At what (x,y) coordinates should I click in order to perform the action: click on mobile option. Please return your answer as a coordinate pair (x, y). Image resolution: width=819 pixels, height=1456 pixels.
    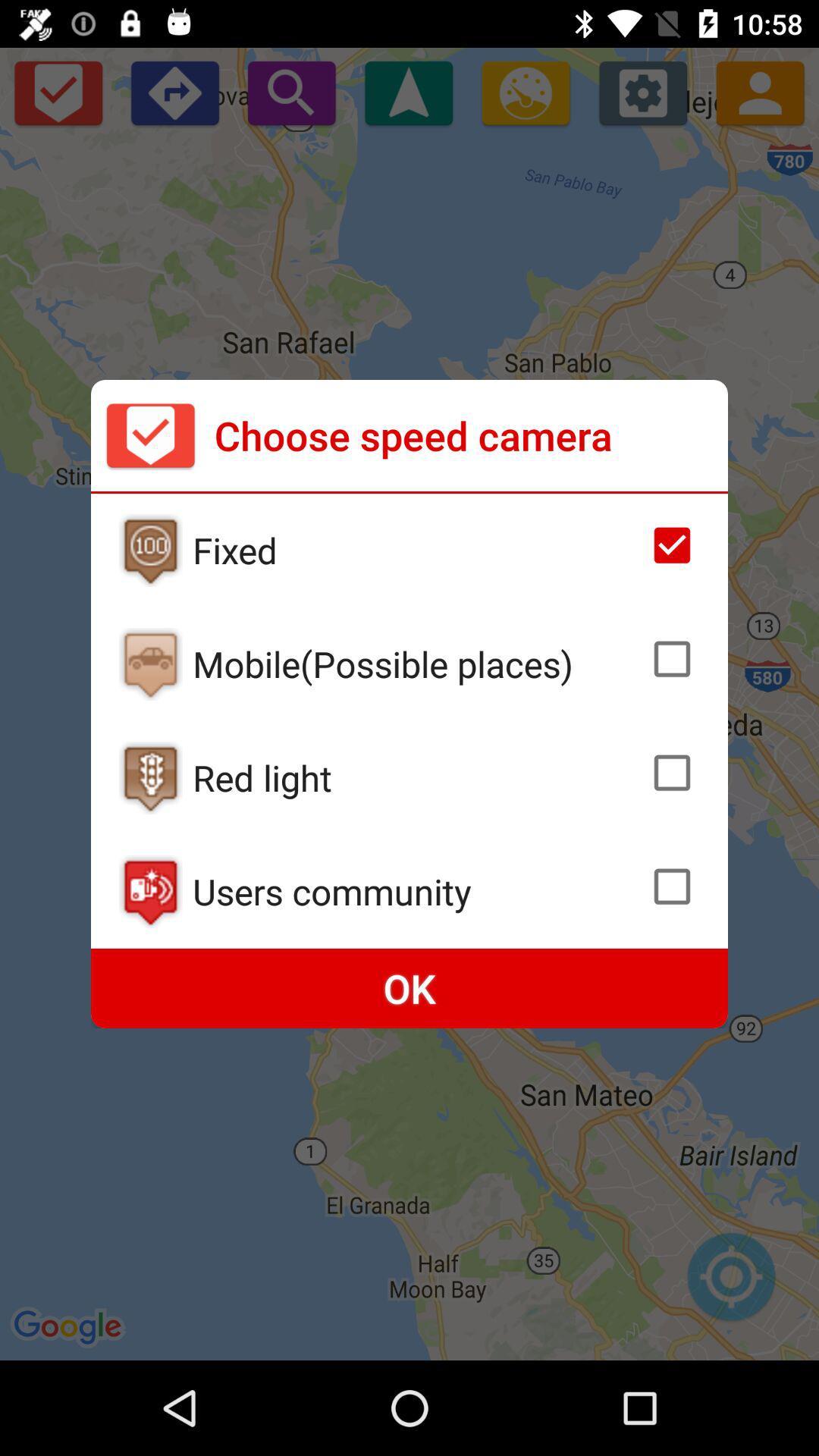
    Looking at the image, I should click on (150, 664).